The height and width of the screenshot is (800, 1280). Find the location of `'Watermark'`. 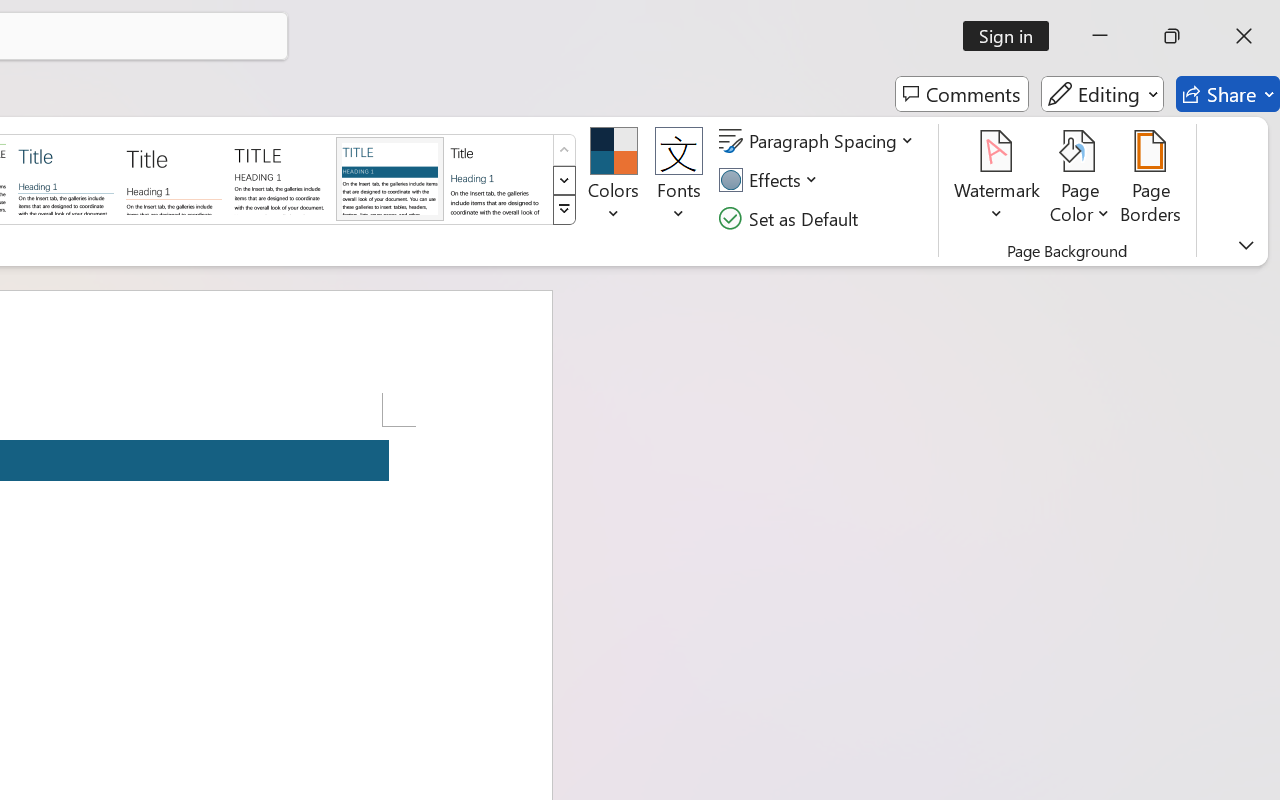

'Watermark' is located at coordinates (997, 179).